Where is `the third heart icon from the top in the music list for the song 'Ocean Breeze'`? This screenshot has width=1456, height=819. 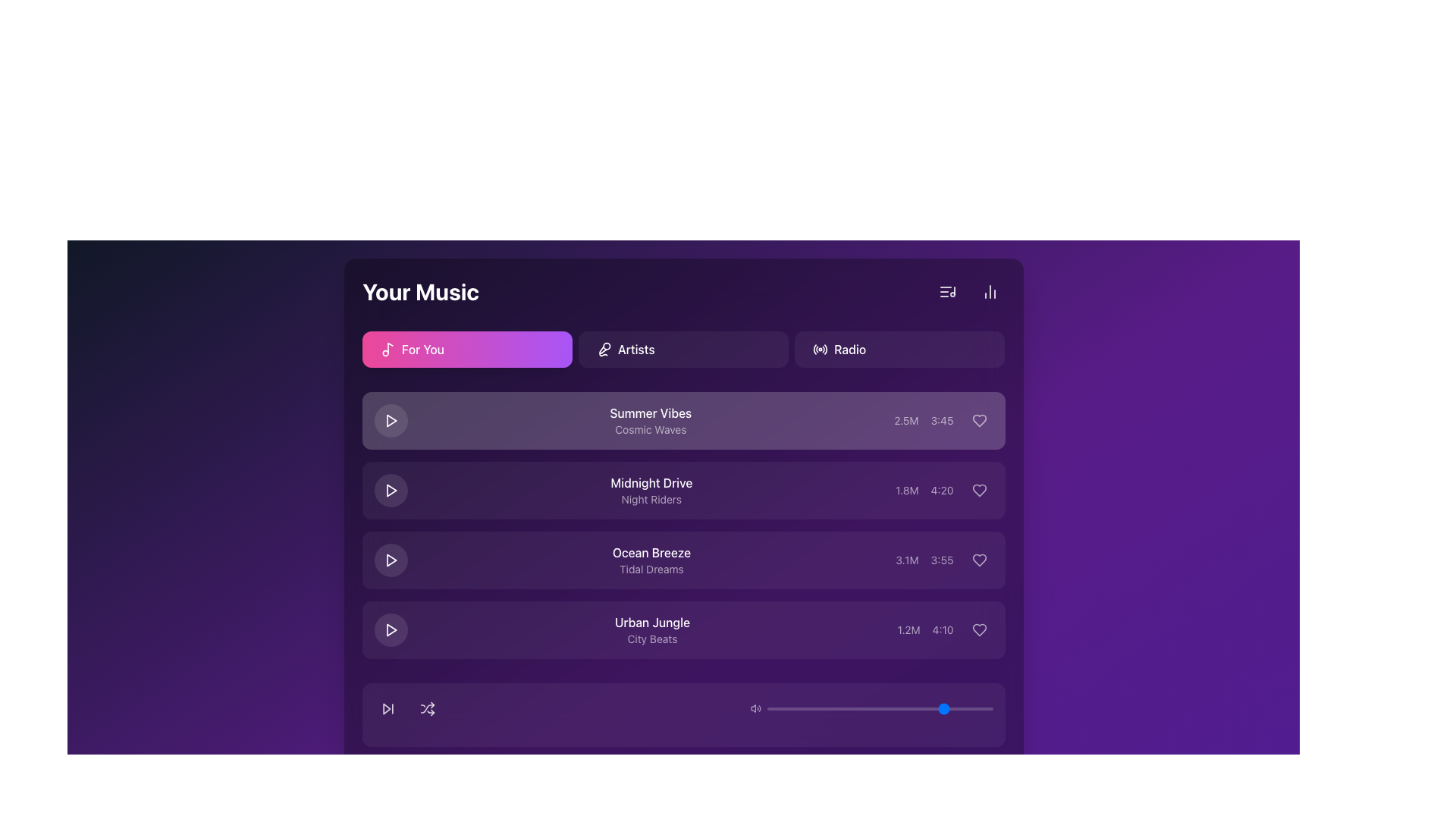 the third heart icon from the top in the music list for the song 'Ocean Breeze' is located at coordinates (979, 560).